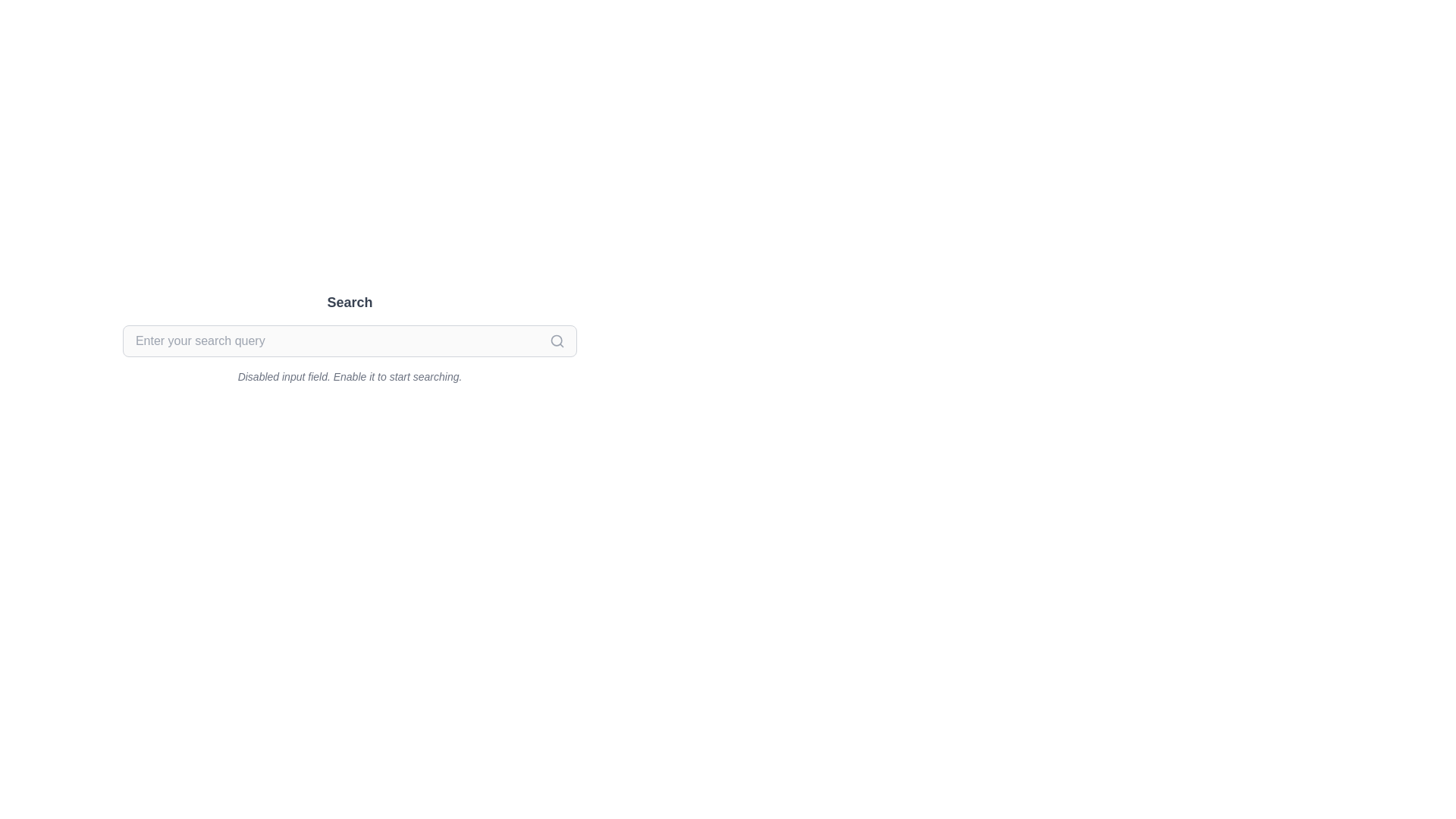  Describe the element at coordinates (557, 341) in the screenshot. I see `the magnifying glass icon representing the search feature, which is positioned on the far right of the search input field below the title labeled 'Search'` at that location.